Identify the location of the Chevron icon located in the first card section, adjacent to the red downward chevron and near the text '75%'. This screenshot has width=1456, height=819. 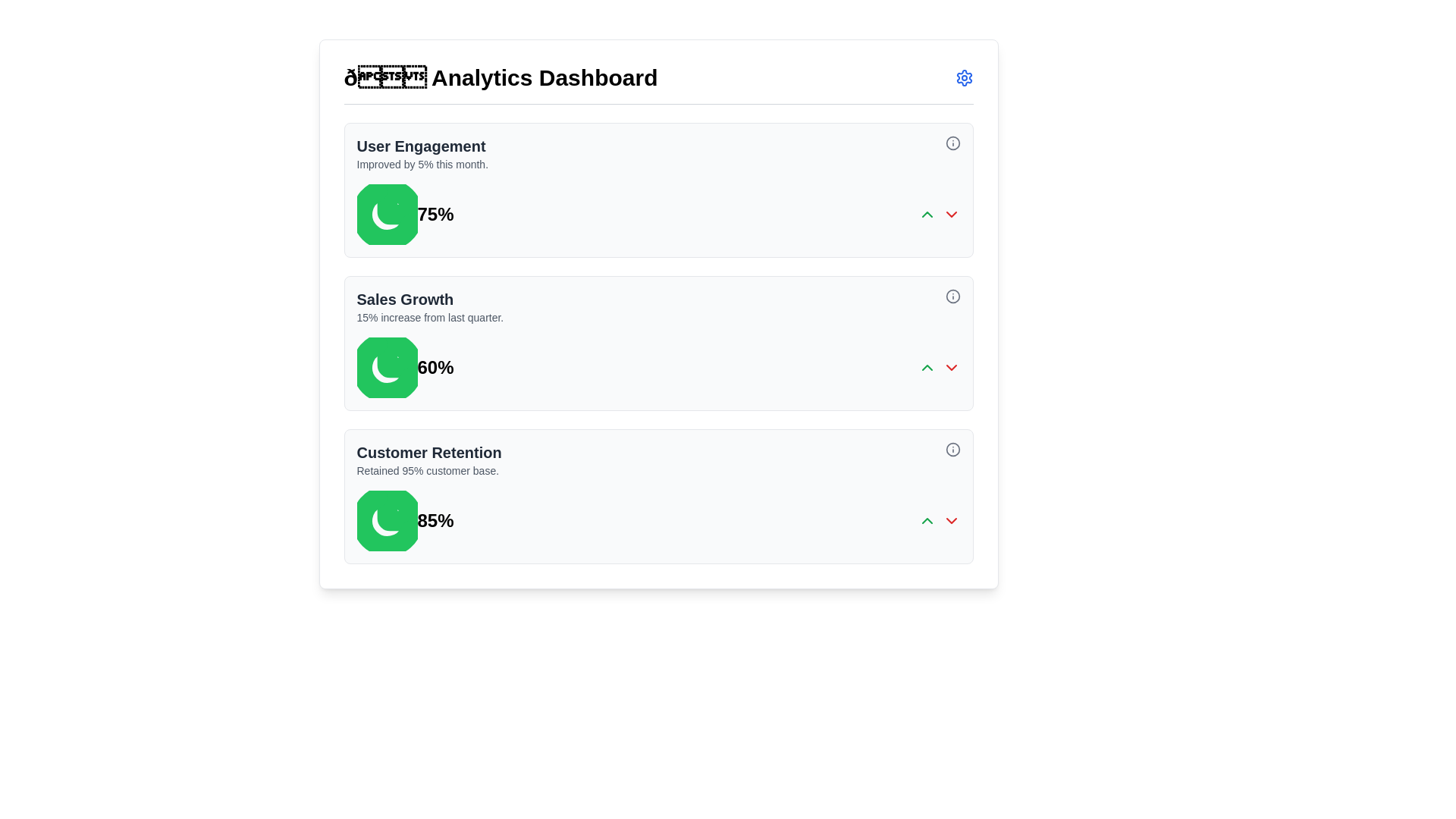
(926, 214).